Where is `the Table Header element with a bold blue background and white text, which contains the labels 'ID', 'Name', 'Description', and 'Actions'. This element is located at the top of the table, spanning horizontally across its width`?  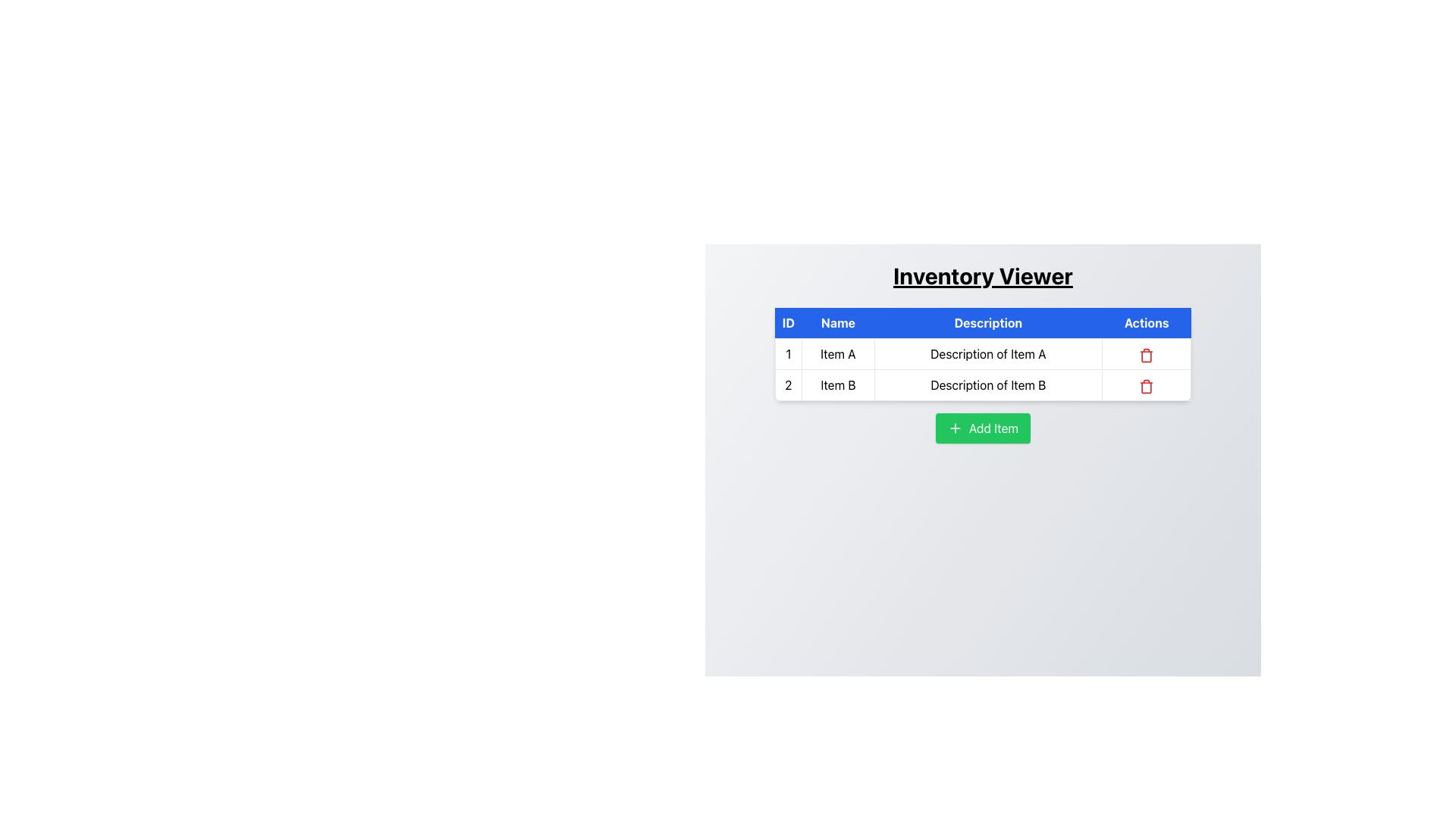
the Table Header element with a bold blue background and white text, which contains the labels 'ID', 'Name', 'Description', and 'Actions'. This element is located at the top of the table, spanning horizontally across its width is located at coordinates (983, 322).